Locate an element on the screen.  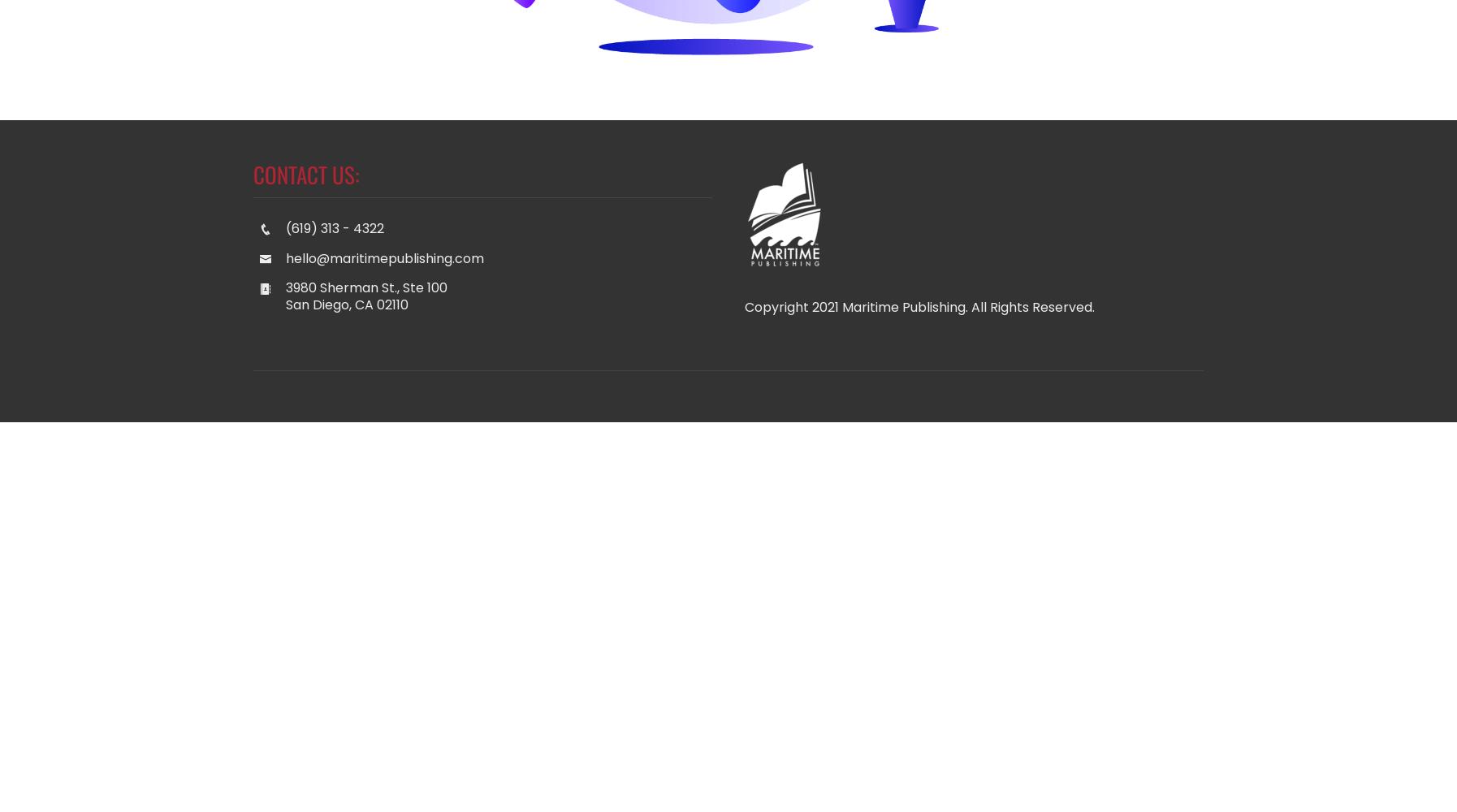
'hello@maritimepublishing.com' is located at coordinates (384, 257).